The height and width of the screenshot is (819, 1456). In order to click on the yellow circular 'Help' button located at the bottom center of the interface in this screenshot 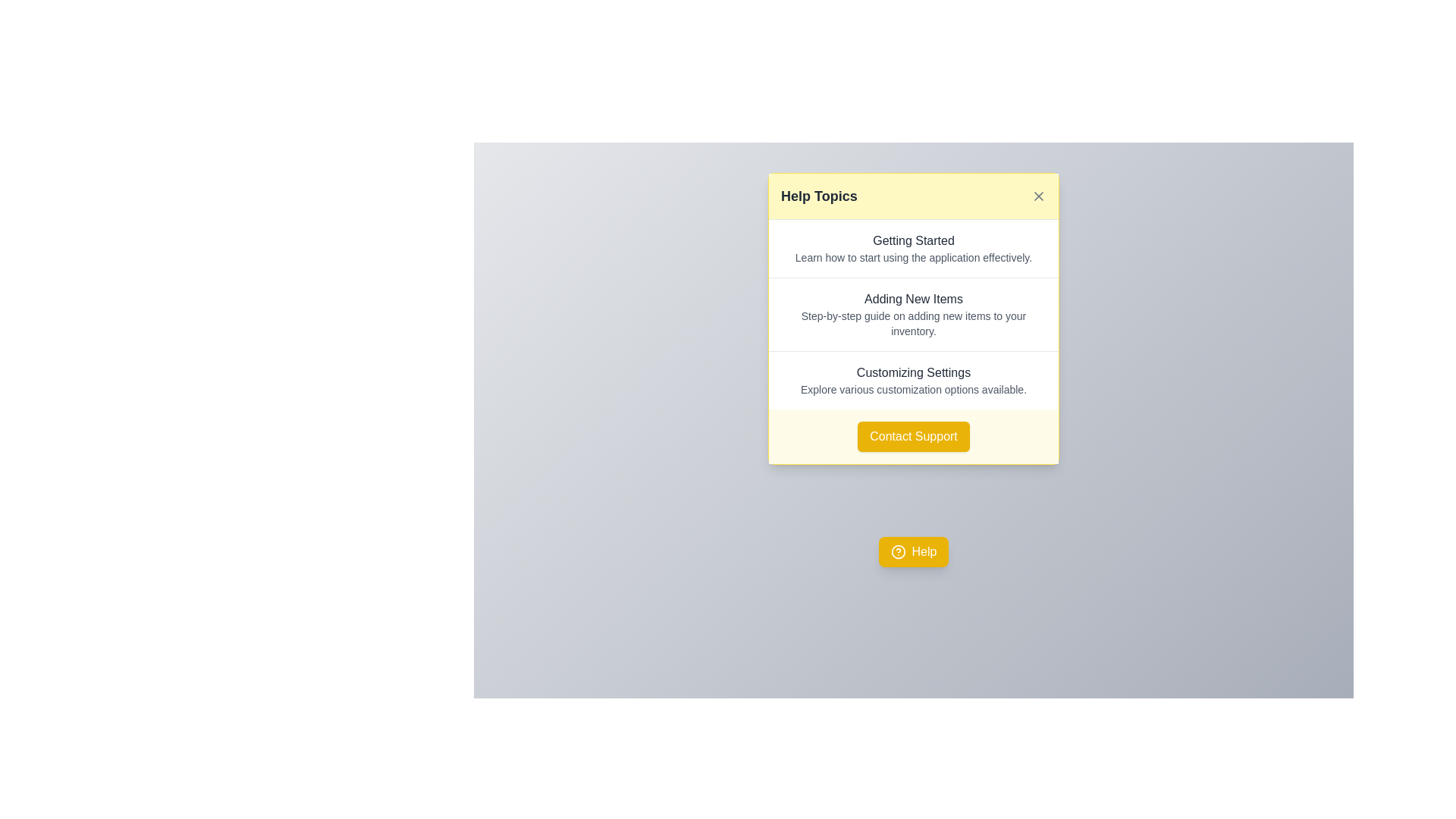, I will do `click(898, 552)`.